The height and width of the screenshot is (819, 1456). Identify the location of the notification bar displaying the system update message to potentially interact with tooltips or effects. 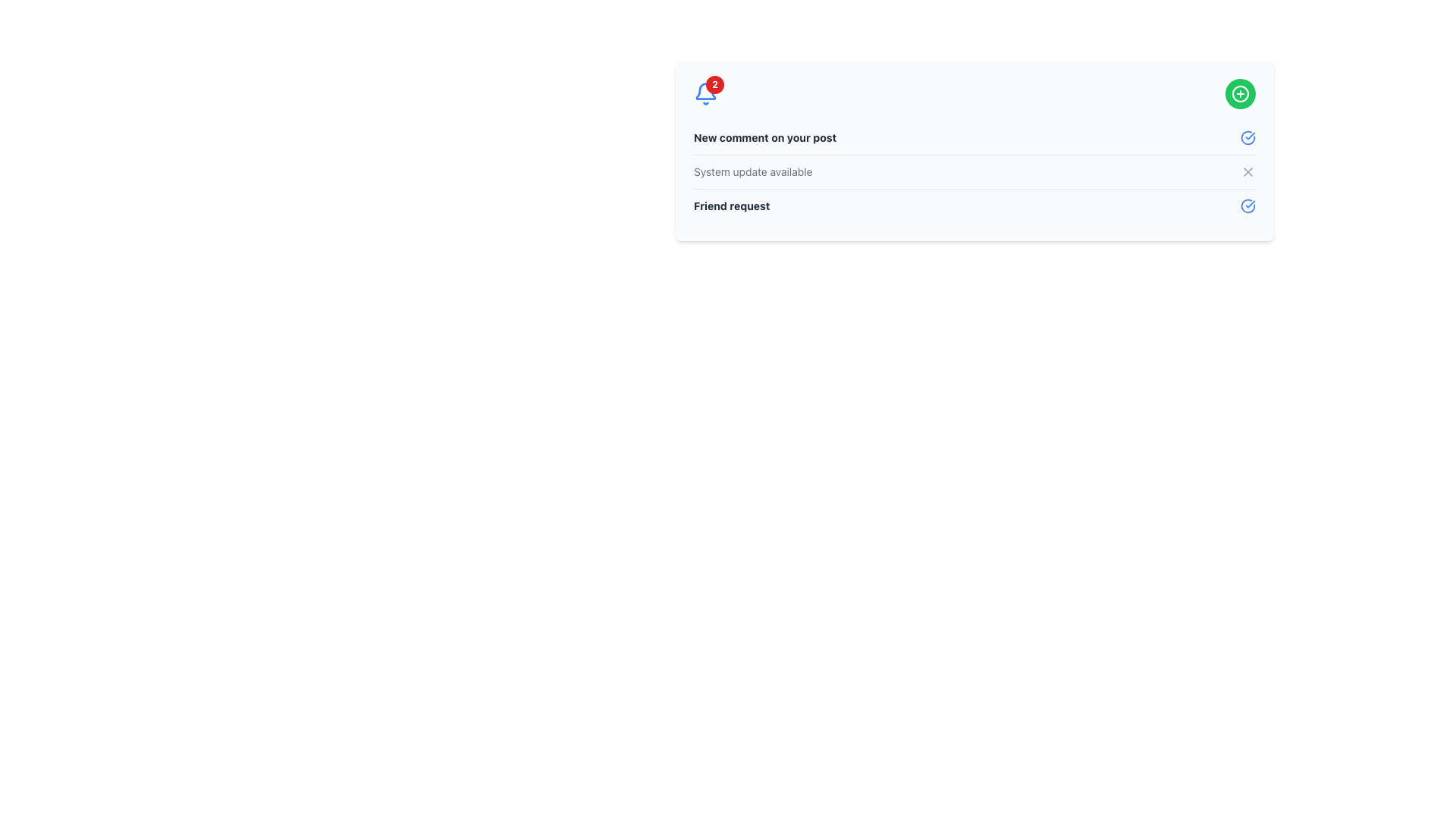
(974, 171).